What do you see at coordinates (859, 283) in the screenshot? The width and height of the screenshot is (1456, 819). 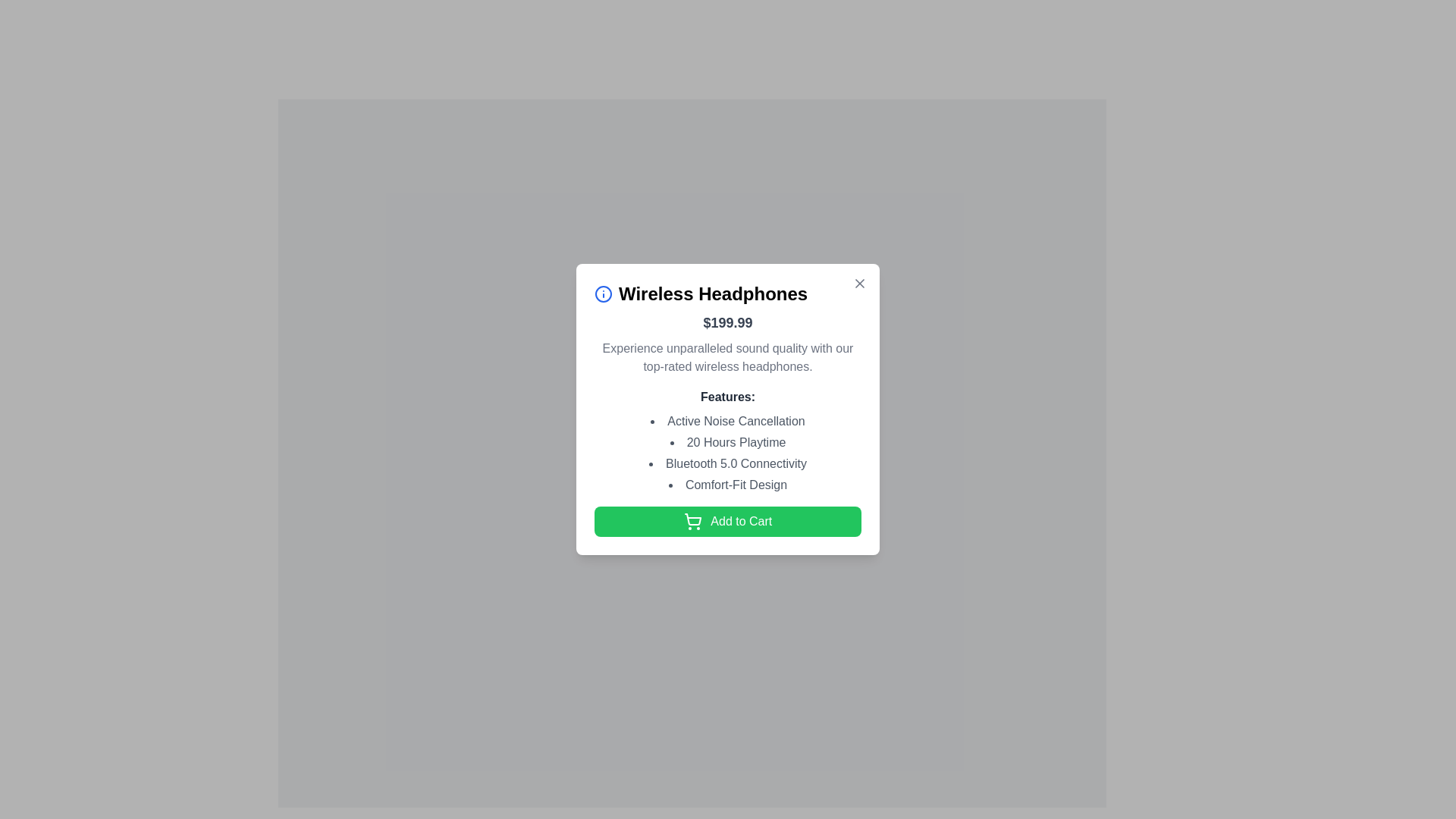 I see `the close button located in the top-right corner of the card interface next to the title 'Wireless Headphones'` at bounding box center [859, 283].